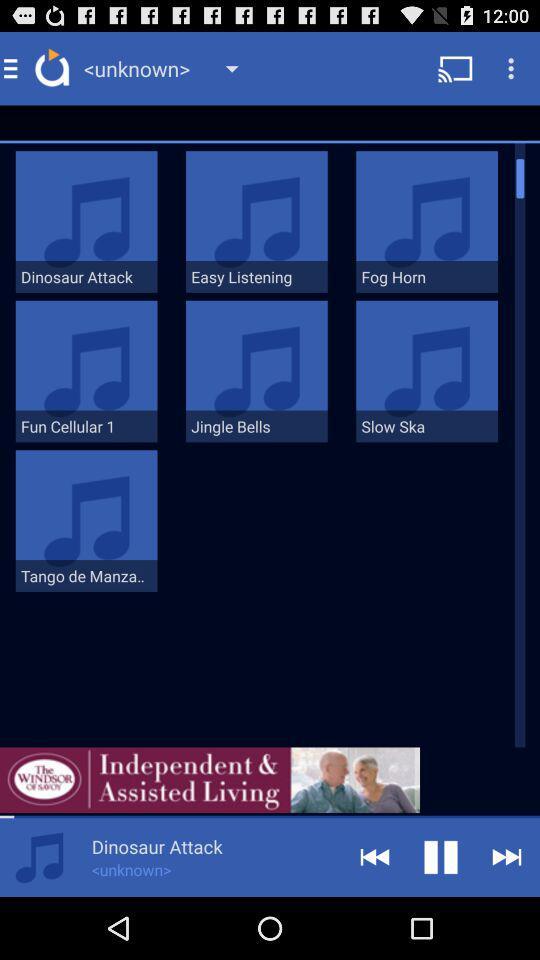 This screenshot has height=960, width=540. Describe the element at coordinates (39, 856) in the screenshot. I see `music option` at that location.